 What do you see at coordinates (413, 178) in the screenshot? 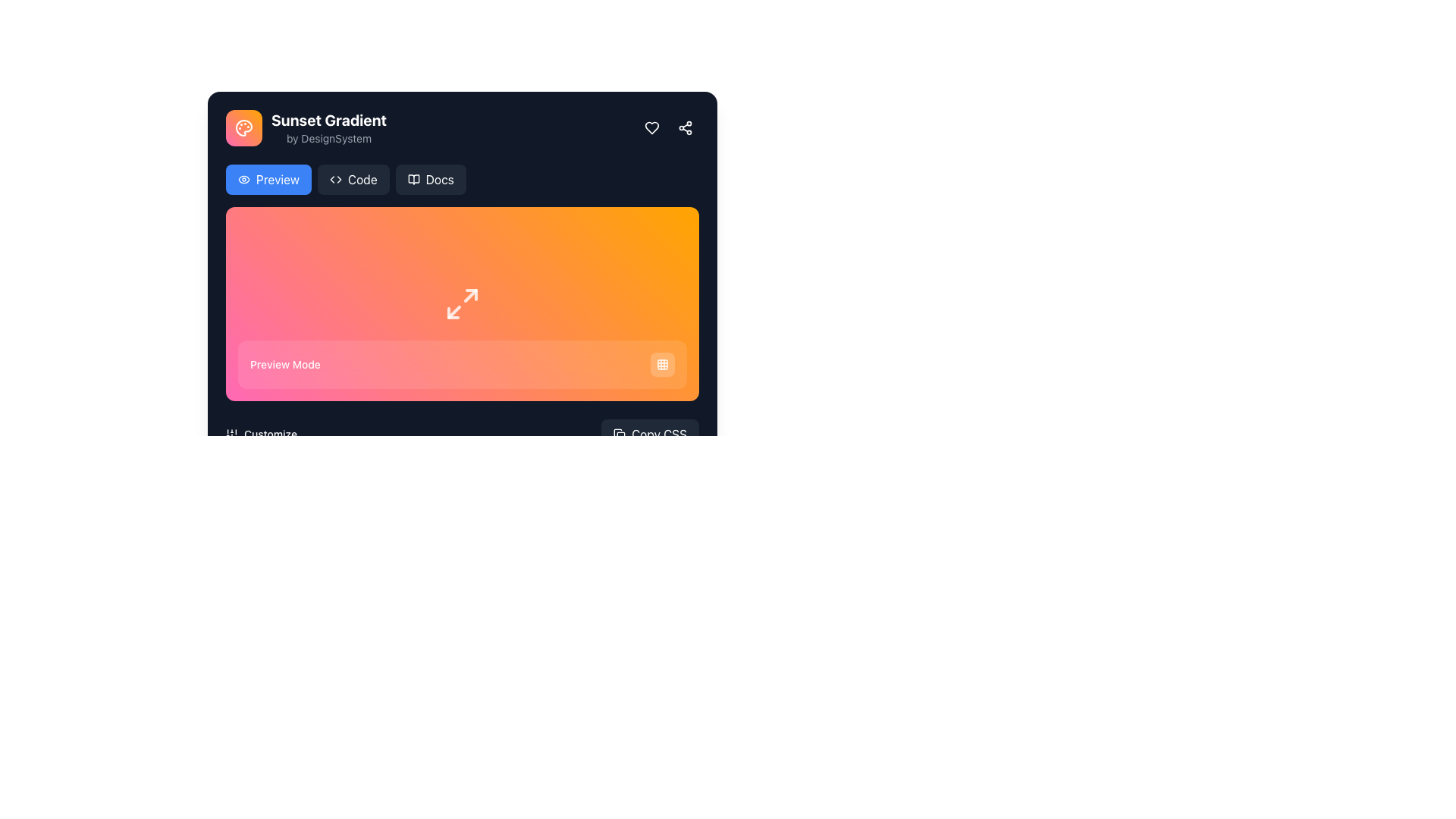
I see `the icon resembling an open book located within the 'Docs' button, which is styled with a gray outline and positioned to the left of the text label 'Docs'` at bounding box center [413, 178].